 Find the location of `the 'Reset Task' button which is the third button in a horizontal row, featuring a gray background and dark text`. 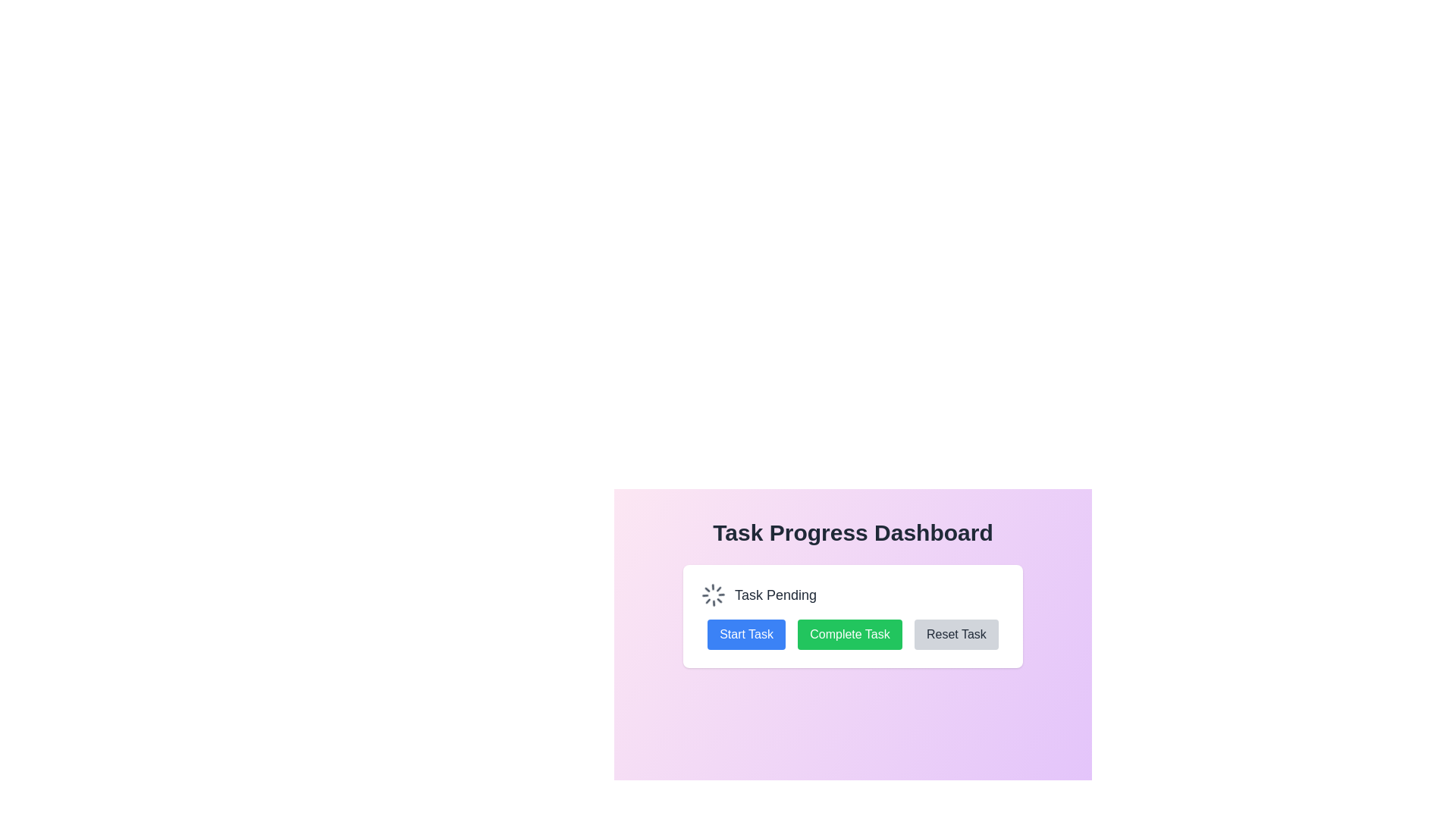

the 'Reset Task' button which is the third button in a horizontal row, featuring a gray background and dark text is located at coordinates (955, 635).